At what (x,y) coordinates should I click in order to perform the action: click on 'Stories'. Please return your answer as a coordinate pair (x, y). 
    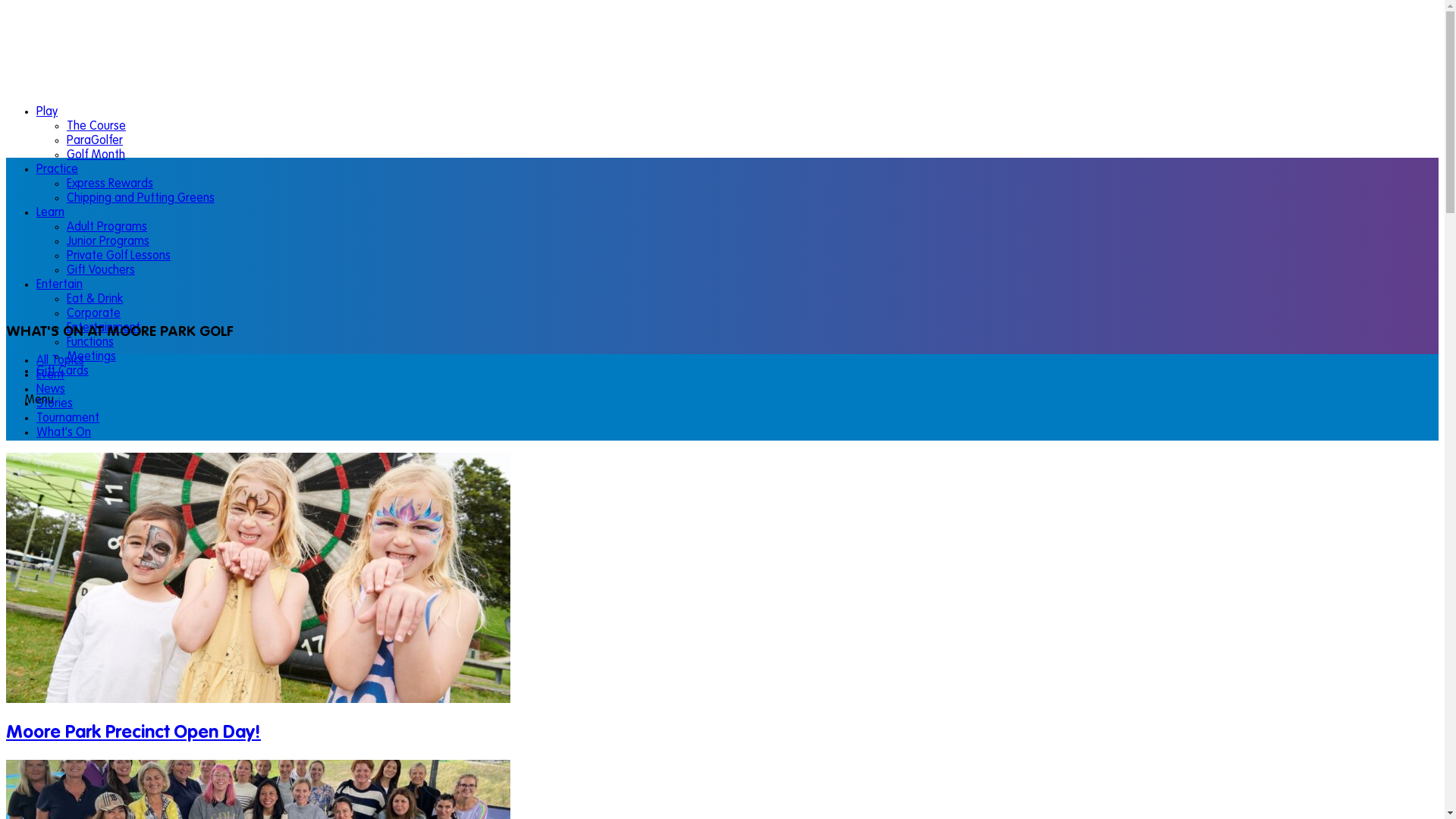
    Looking at the image, I should click on (36, 403).